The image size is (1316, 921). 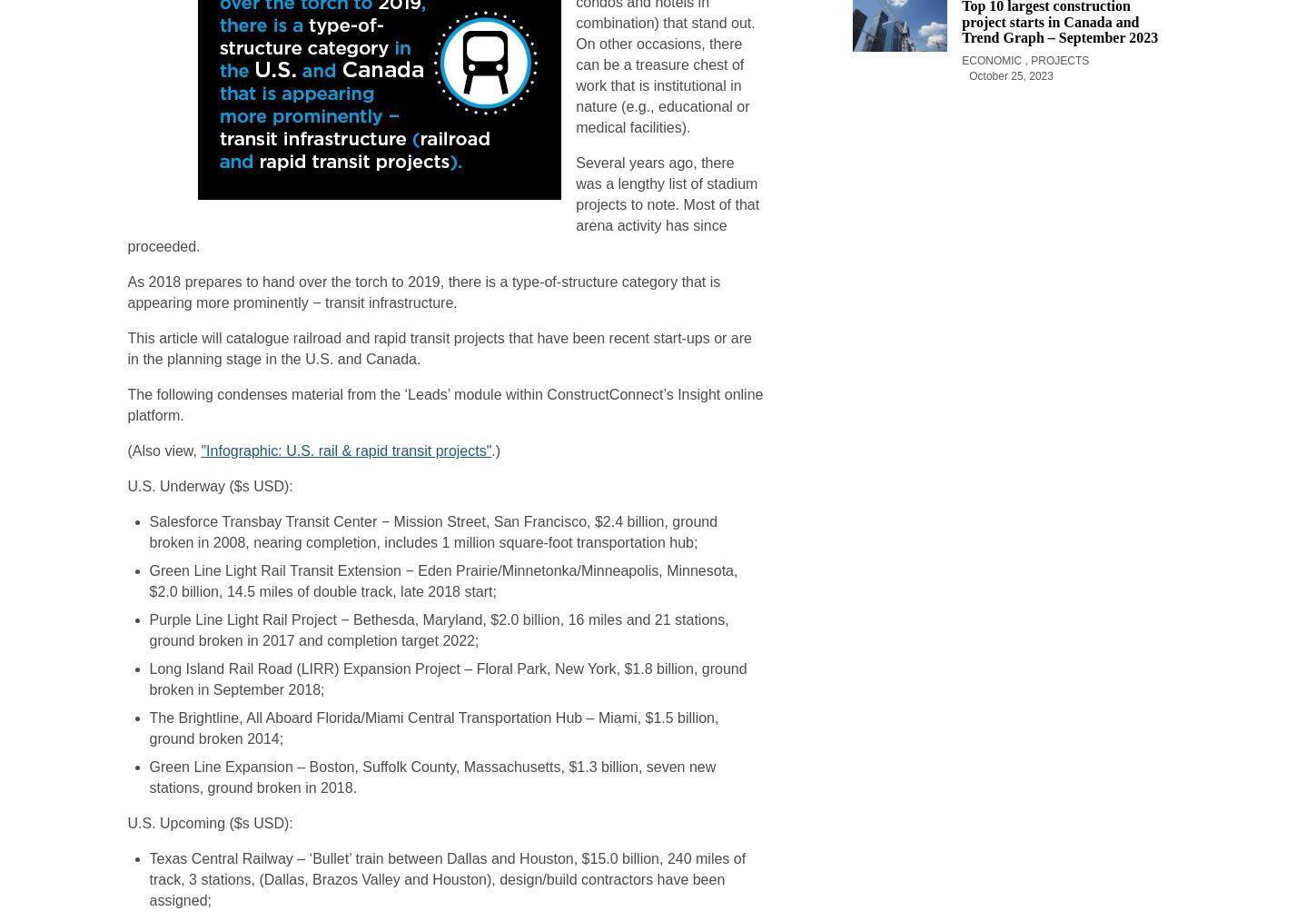 I want to click on 'Economic', so click(x=993, y=60).